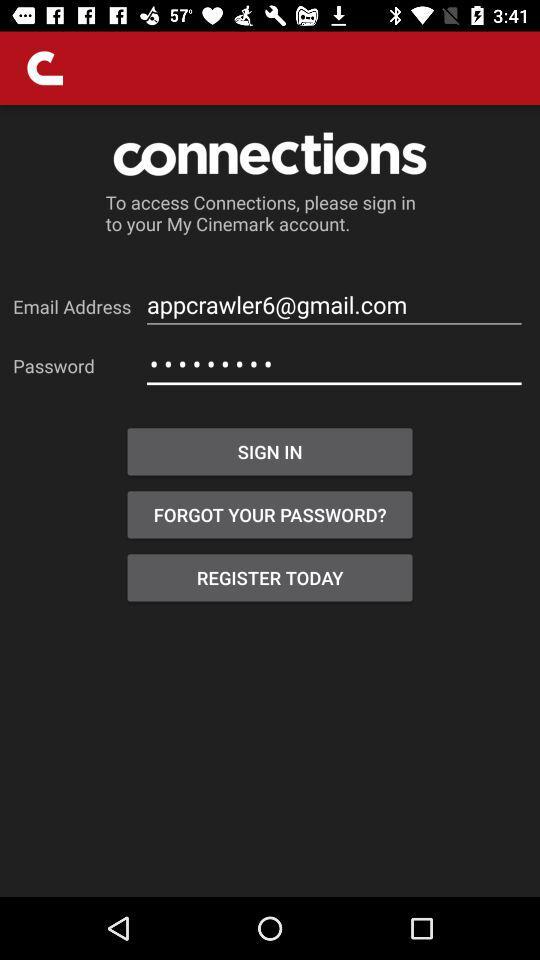 This screenshot has width=540, height=960. What do you see at coordinates (270, 513) in the screenshot?
I see `item below the sign in` at bounding box center [270, 513].